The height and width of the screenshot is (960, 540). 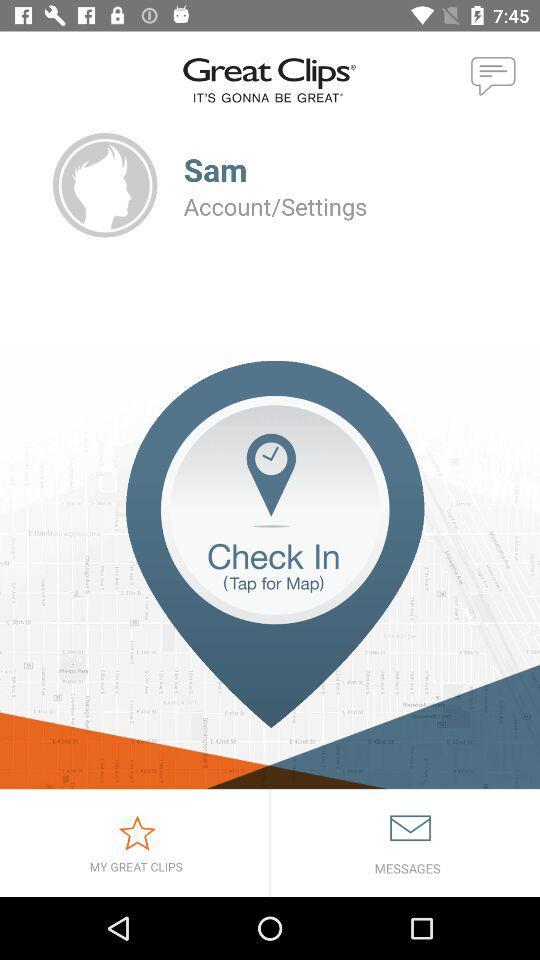 I want to click on saved list, so click(x=134, y=842).